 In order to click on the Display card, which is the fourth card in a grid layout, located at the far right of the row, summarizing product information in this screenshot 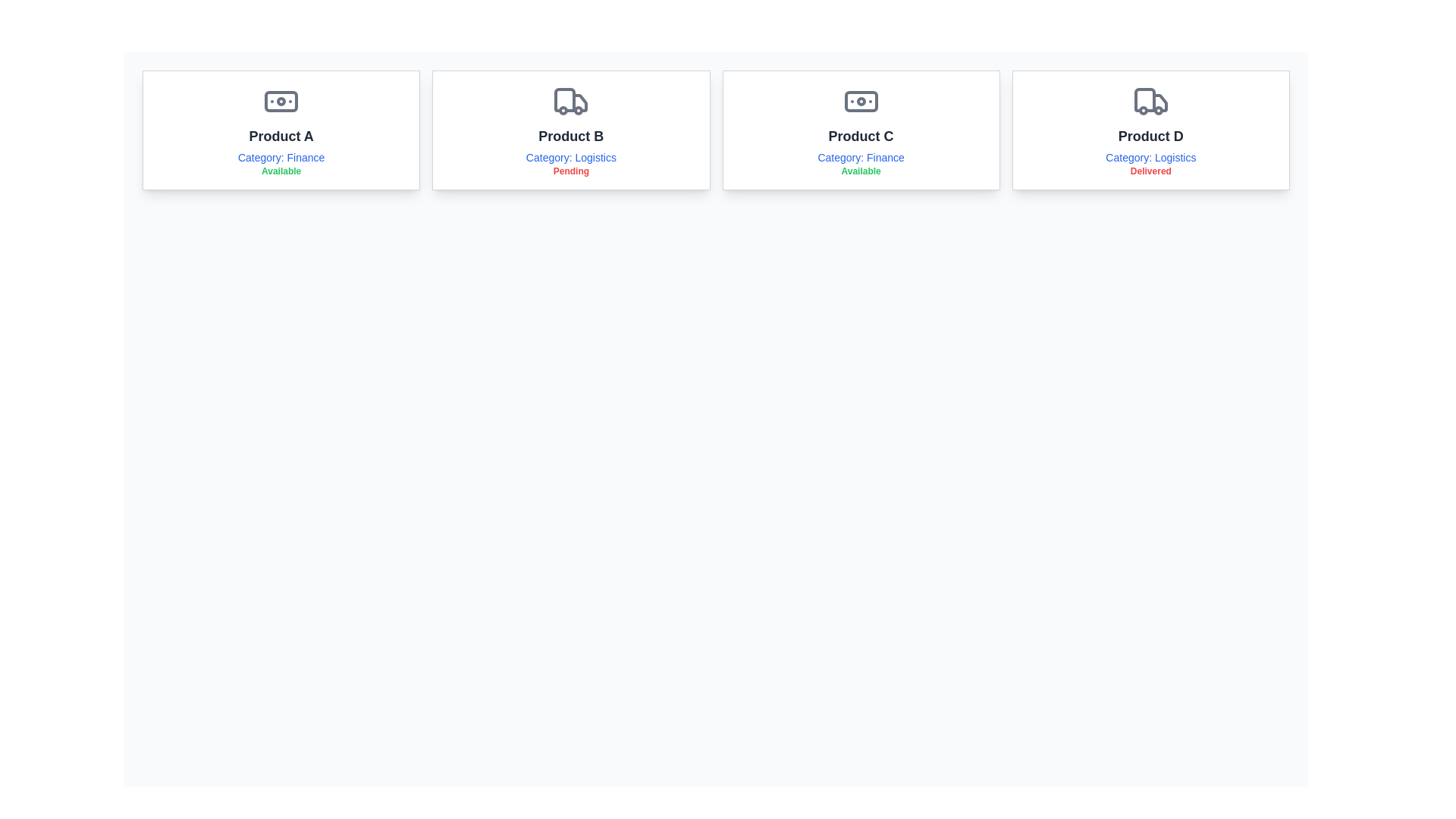, I will do `click(1150, 130)`.